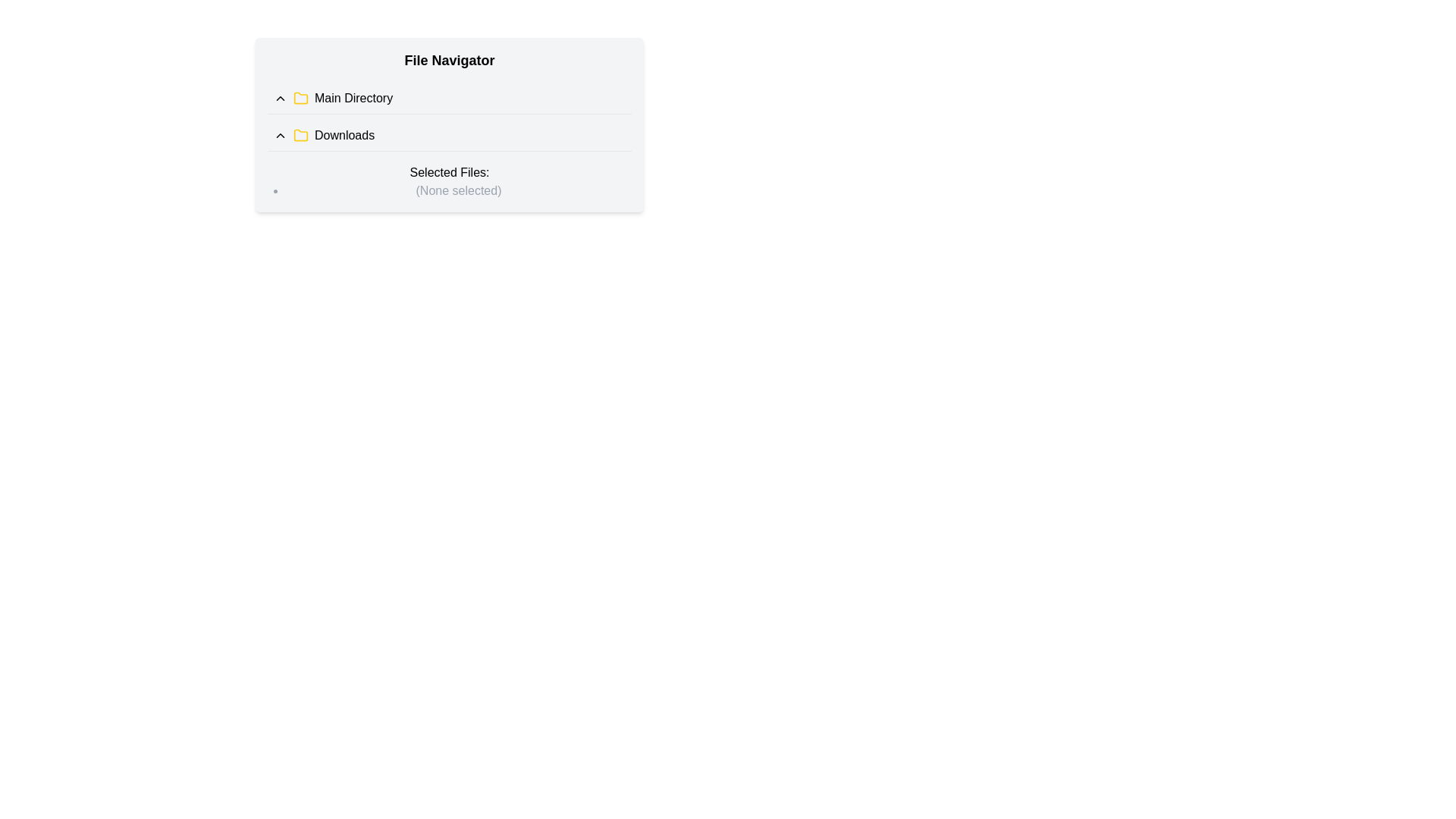 This screenshot has height=819, width=1456. Describe the element at coordinates (353, 99) in the screenshot. I see `the 'Main Directory' text label in the file navigation system, which identifies the folder and is positioned to the right of the folder icon` at that location.